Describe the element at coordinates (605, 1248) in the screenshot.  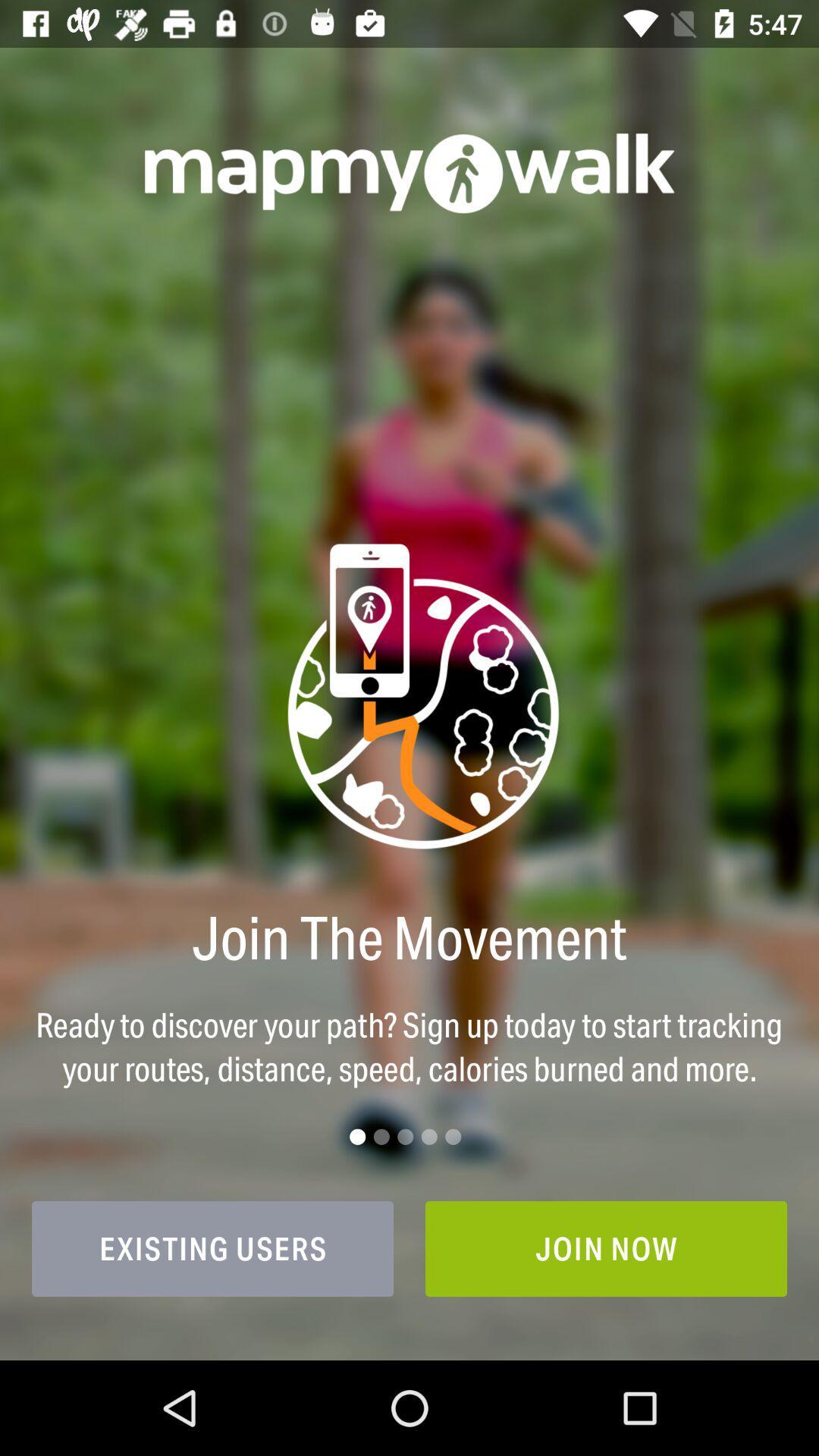
I see `the icon next to existing users` at that location.